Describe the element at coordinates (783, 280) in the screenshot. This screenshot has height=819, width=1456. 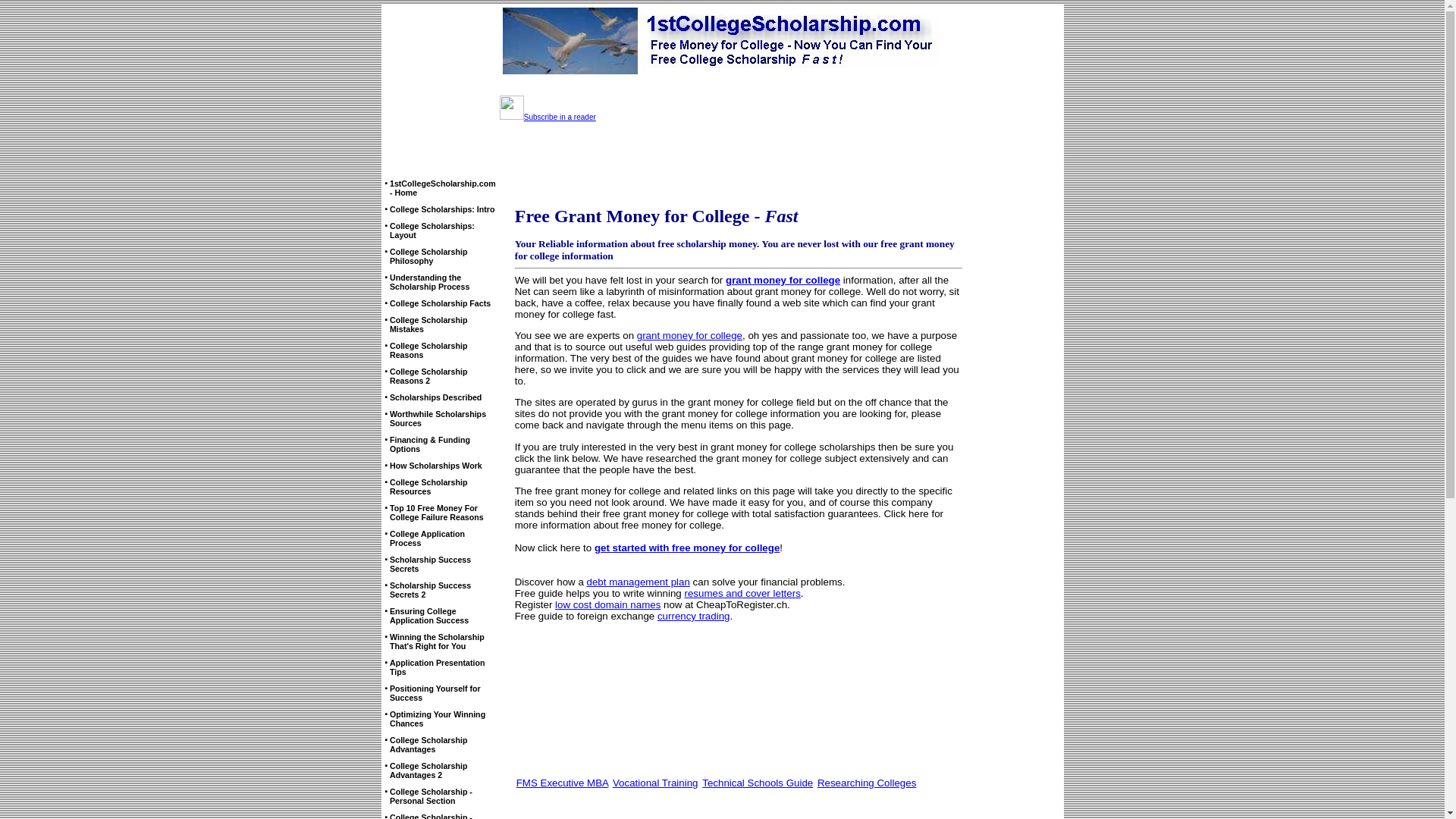
I see `'grant money for college'` at that location.